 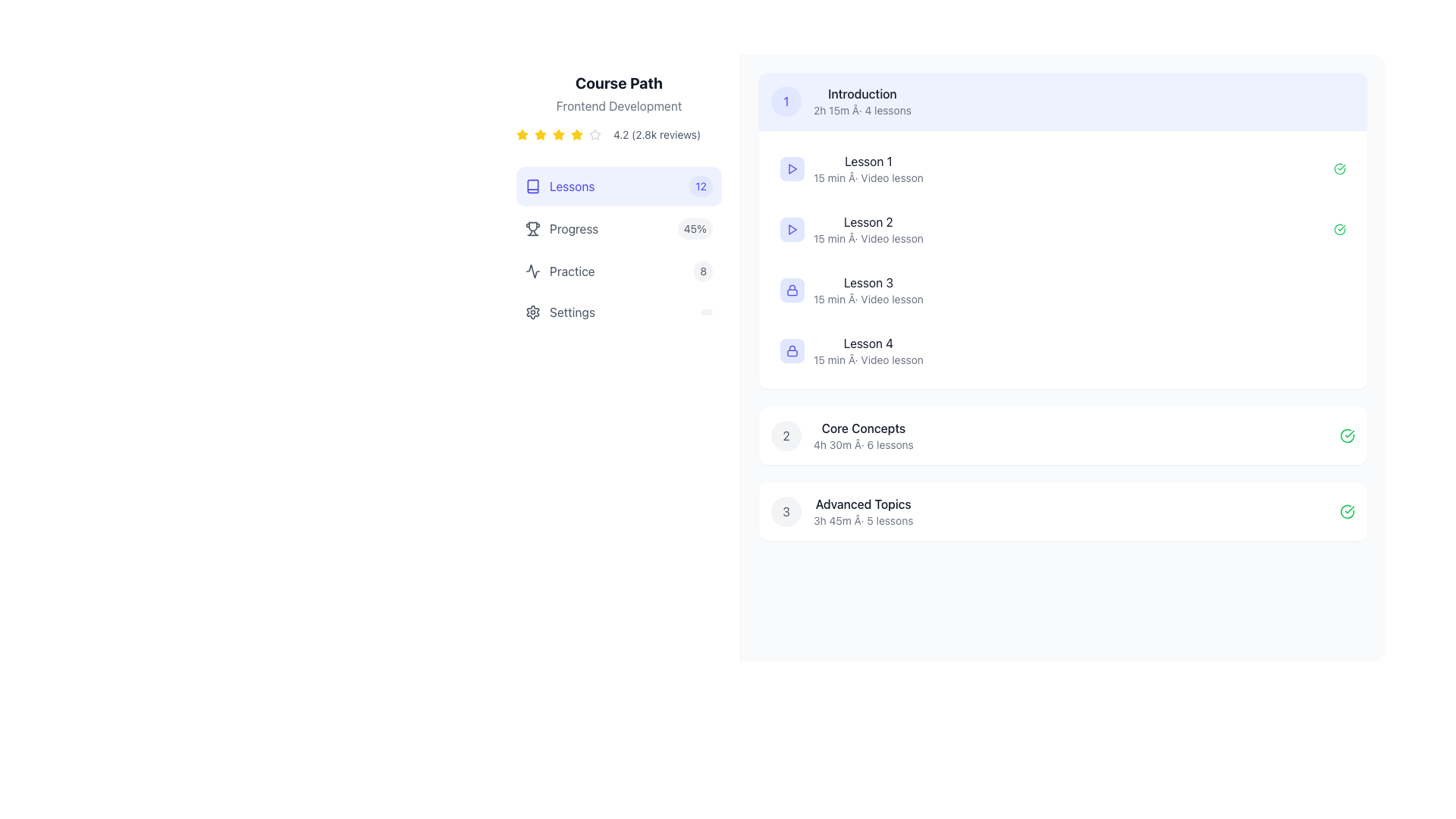 What do you see at coordinates (1339, 230) in the screenshot?
I see `the checkmark icon within a circular outline, which is green and indicates a completed status, located on the right side of 'Lesson 2' in the list under the 'Introduction' section` at bounding box center [1339, 230].